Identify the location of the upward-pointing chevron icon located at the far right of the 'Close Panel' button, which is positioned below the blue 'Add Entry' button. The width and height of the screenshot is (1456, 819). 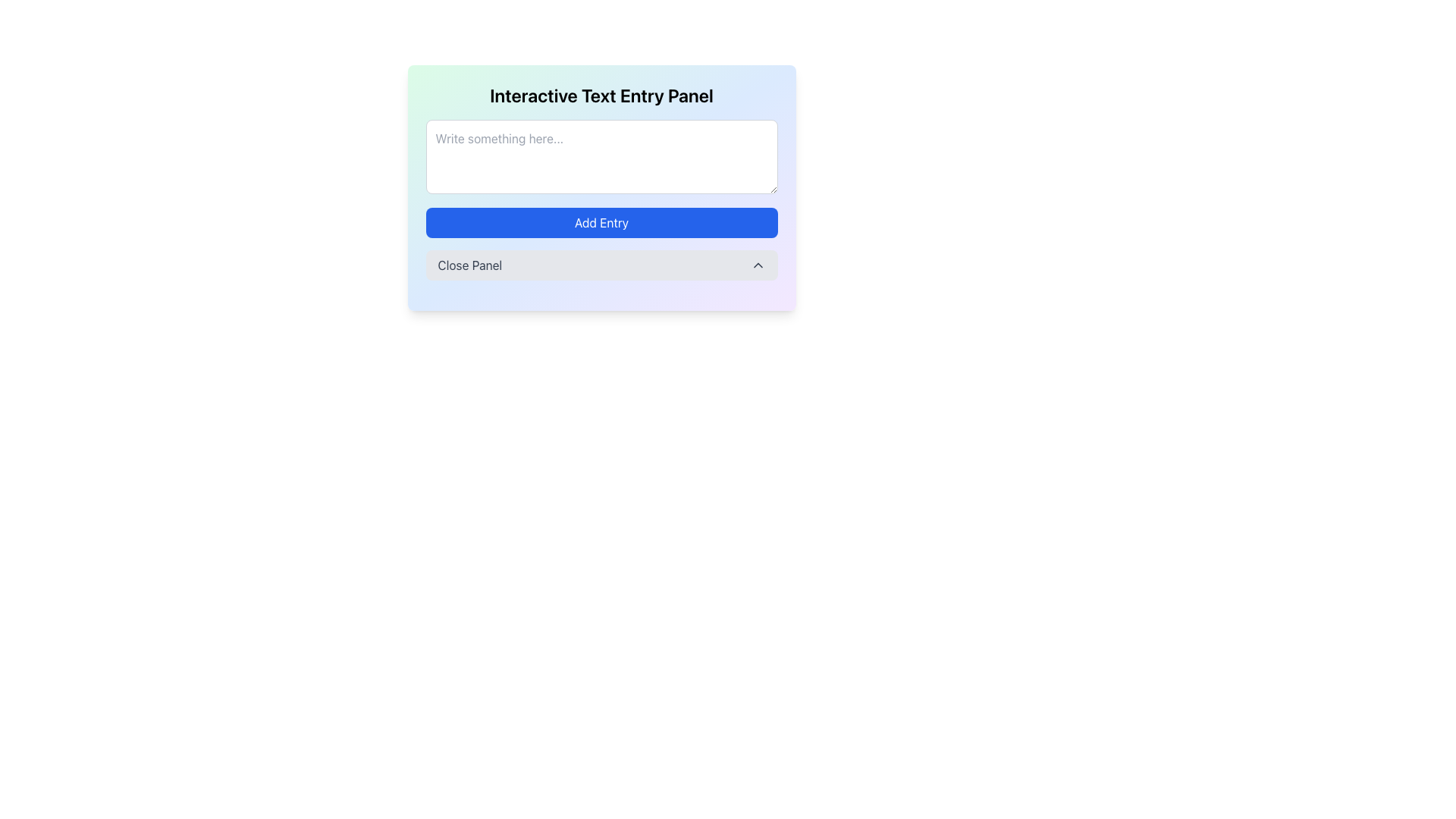
(758, 265).